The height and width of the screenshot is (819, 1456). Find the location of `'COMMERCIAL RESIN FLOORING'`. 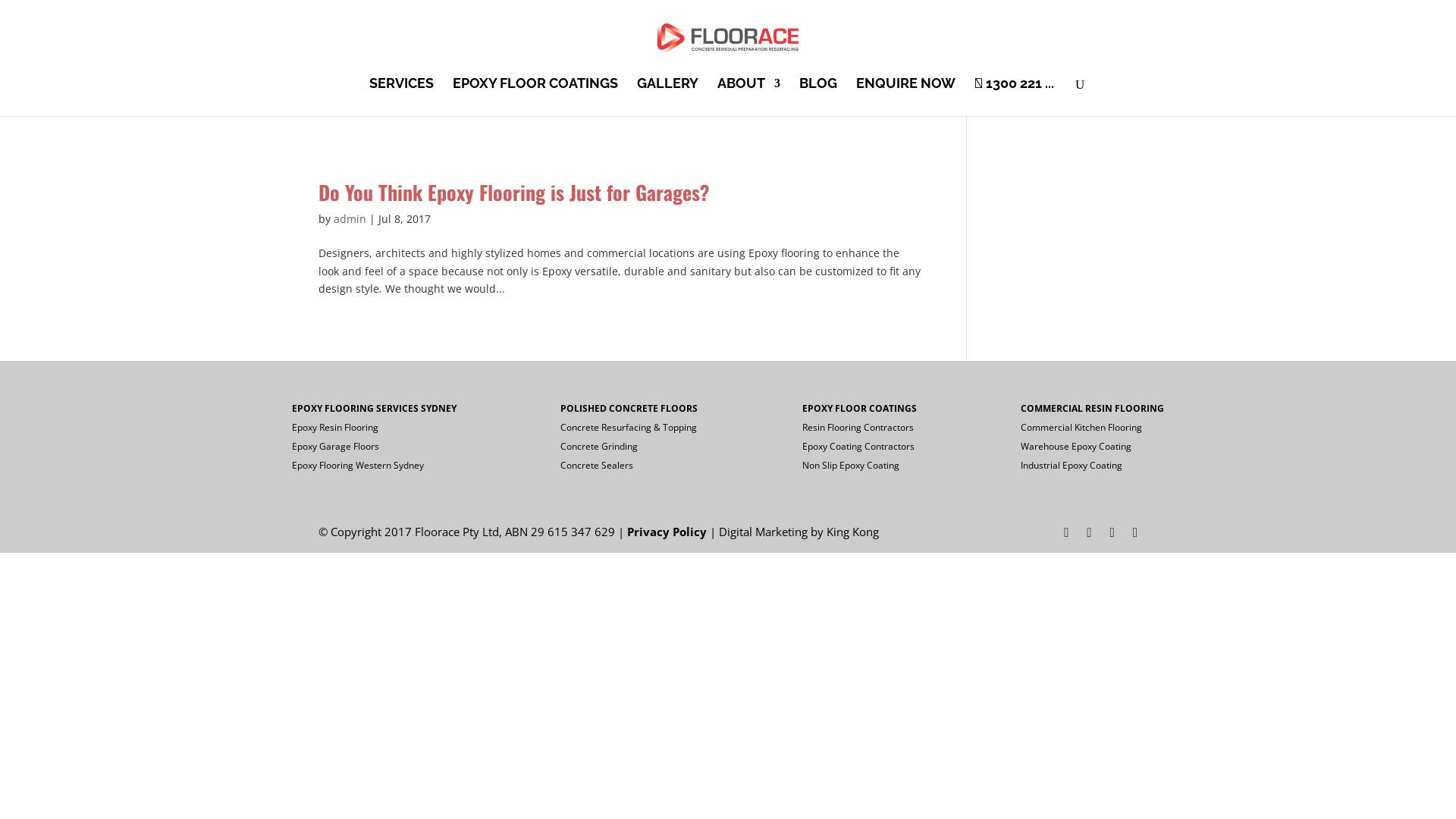

'COMMERCIAL RESIN FLOORING' is located at coordinates (1092, 407).